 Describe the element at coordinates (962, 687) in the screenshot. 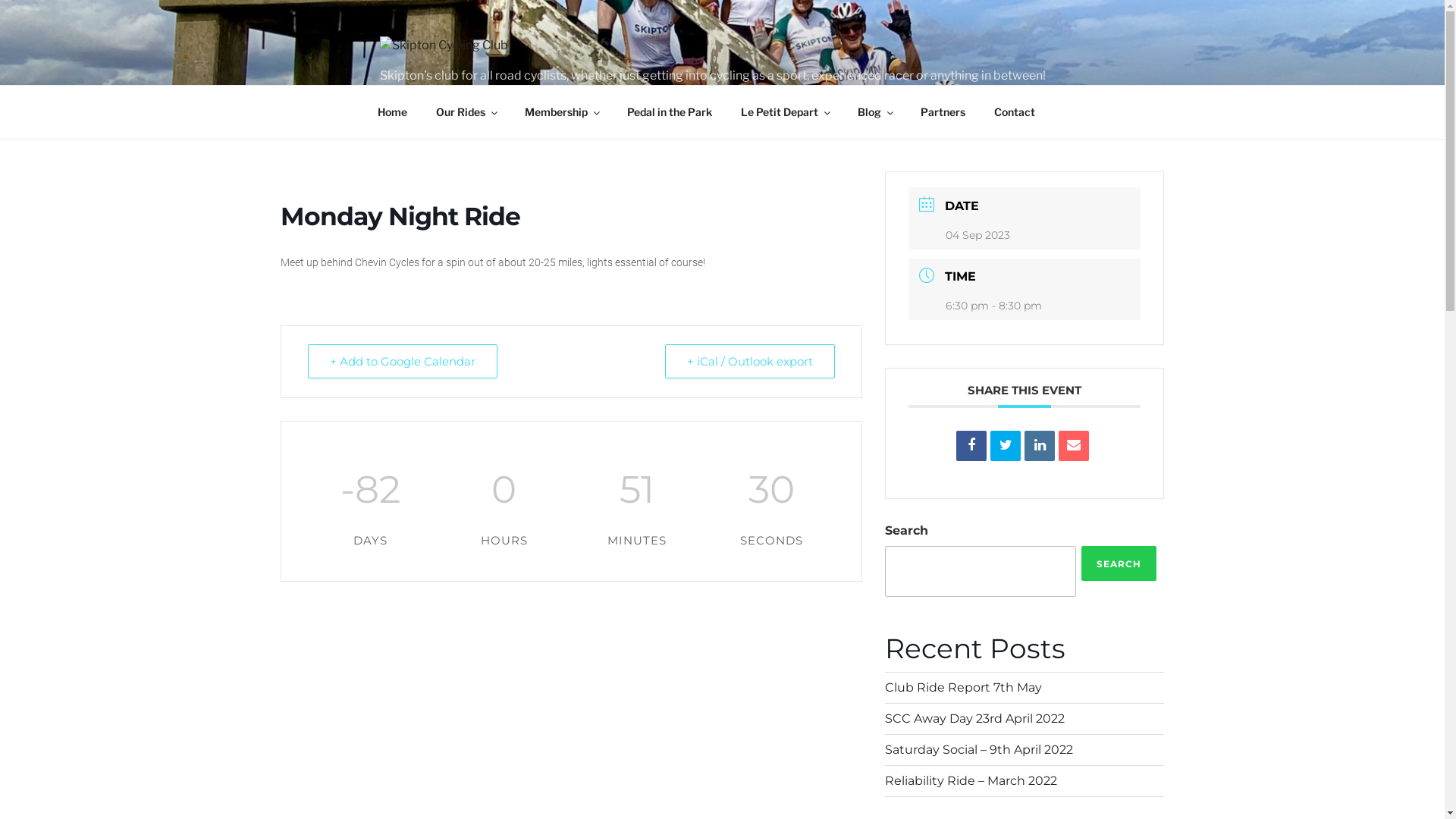

I see `'Club Ride Report 7th May'` at that location.